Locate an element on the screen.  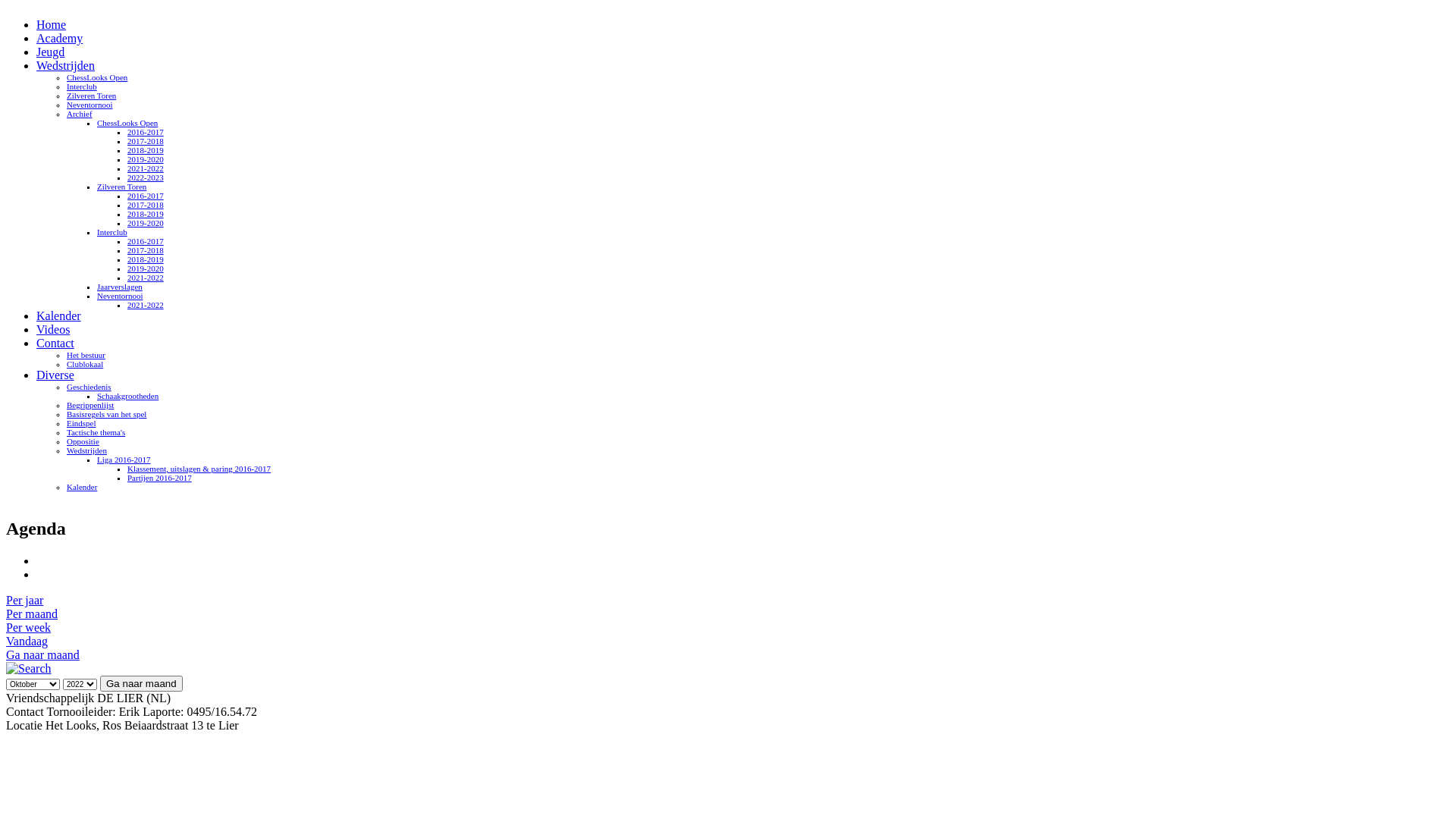
'Zilveren Toren' is located at coordinates (90, 96).